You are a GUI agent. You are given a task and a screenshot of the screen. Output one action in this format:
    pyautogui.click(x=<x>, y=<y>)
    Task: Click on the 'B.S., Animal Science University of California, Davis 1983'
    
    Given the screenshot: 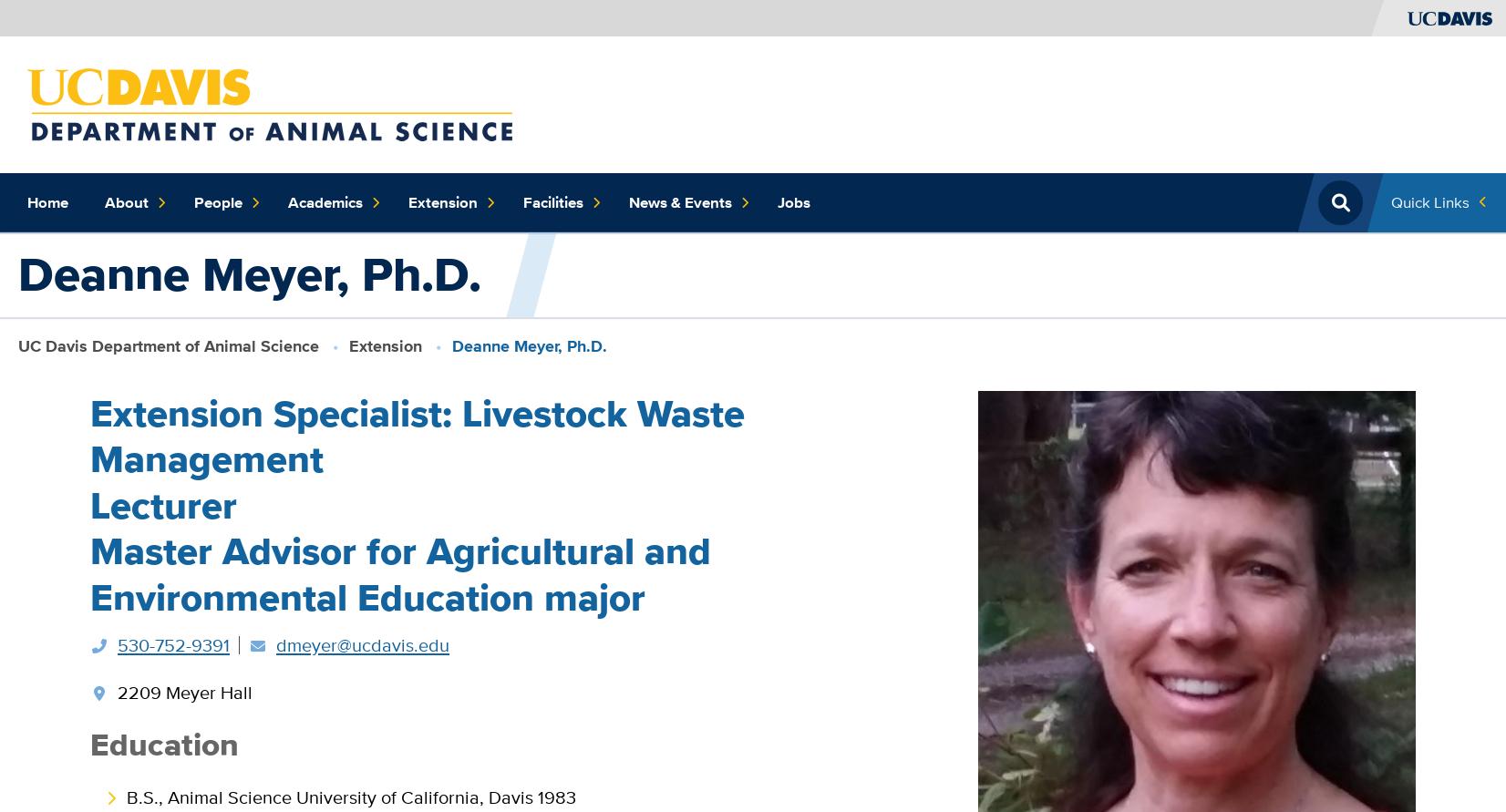 What is the action you would take?
    pyautogui.click(x=126, y=795)
    